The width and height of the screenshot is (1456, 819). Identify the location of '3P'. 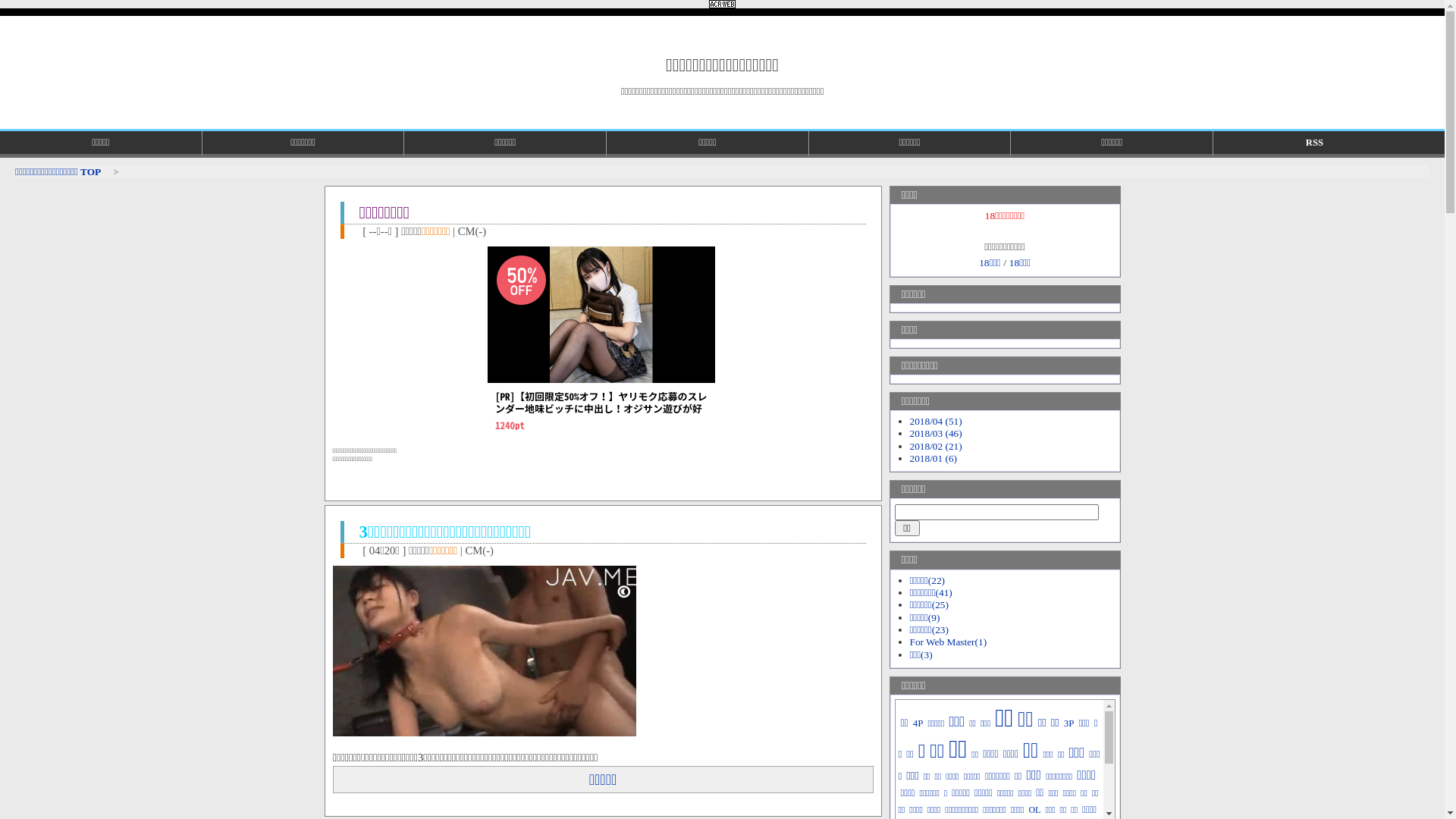
(1068, 722).